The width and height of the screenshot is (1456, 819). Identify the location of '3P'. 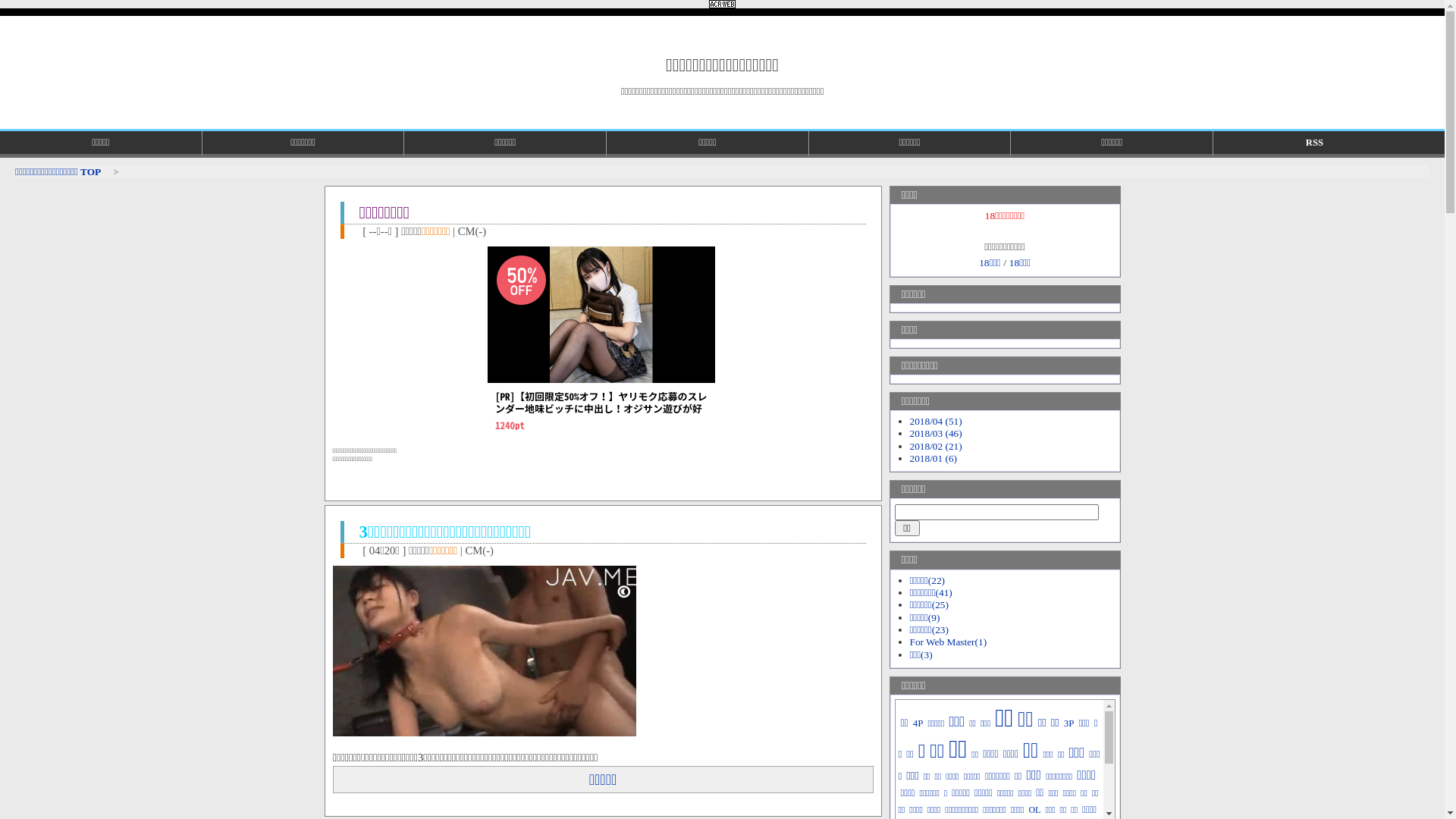
(1068, 722).